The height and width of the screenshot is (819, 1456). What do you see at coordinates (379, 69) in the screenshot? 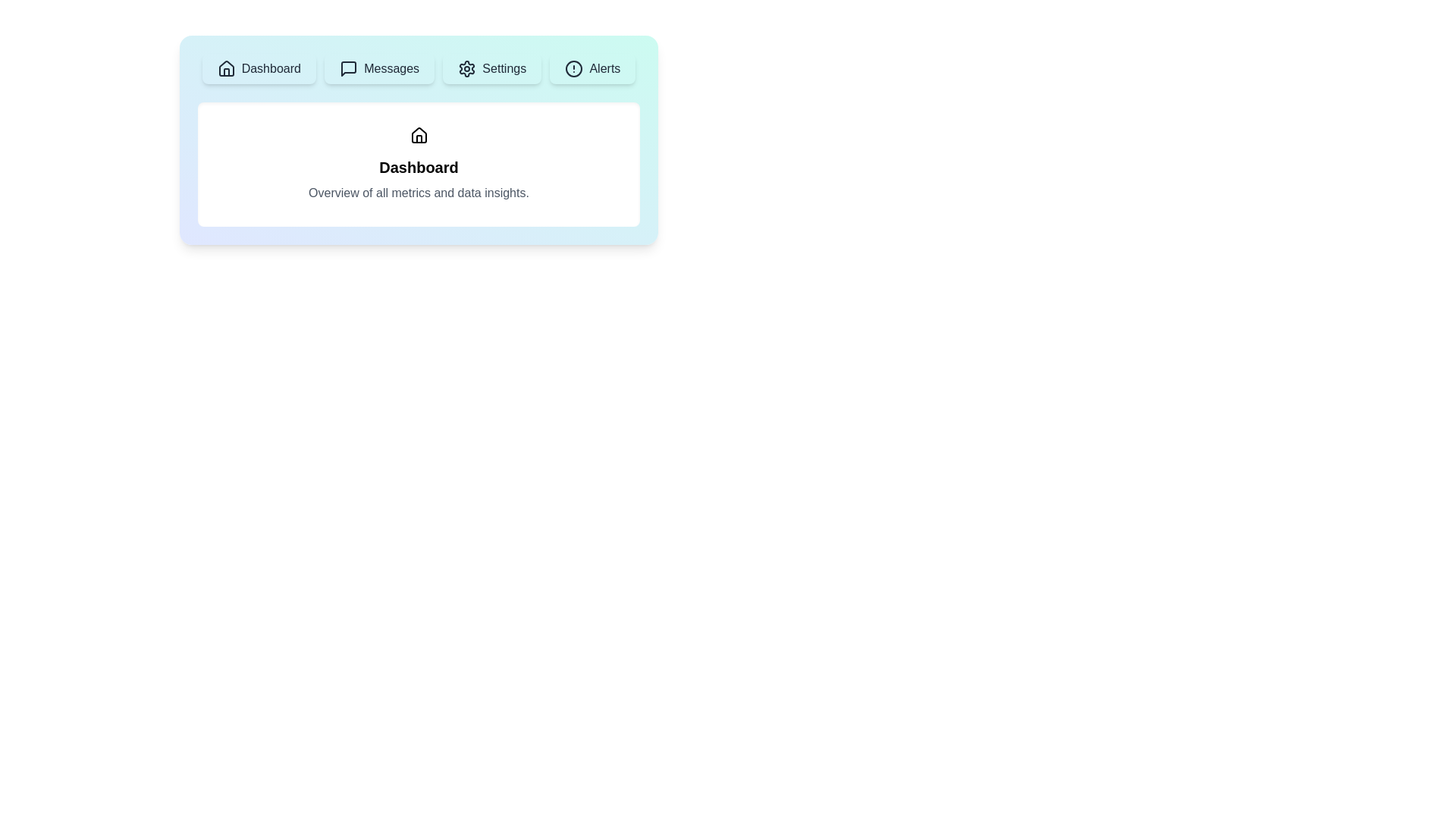
I see `the tab labeled 'Messages' to preview its hover effect` at bounding box center [379, 69].